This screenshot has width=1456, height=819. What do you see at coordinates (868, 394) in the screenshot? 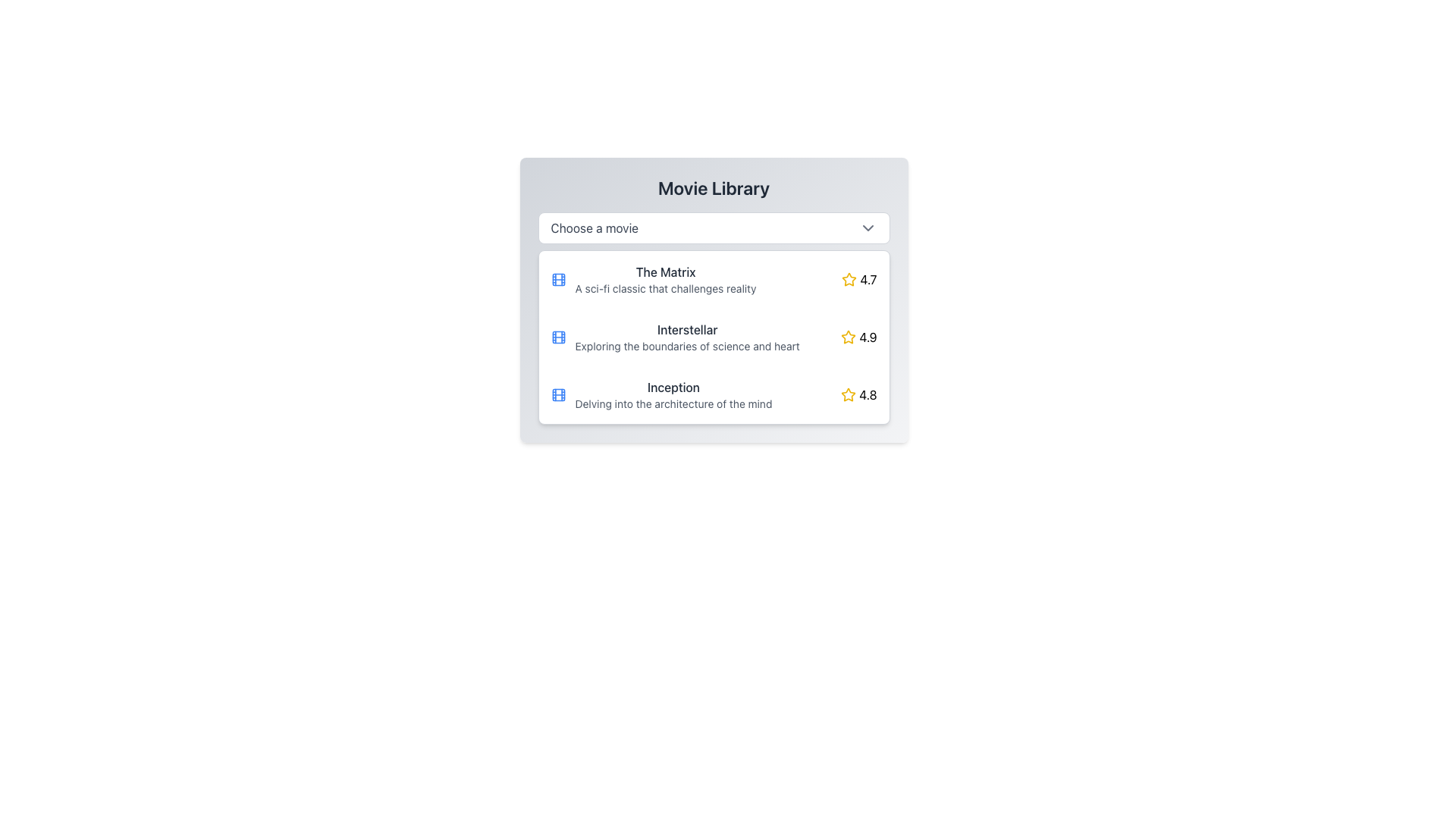
I see `rating indicator text label located immediately to the right of the star icon in the third row of the 'Inception' movie grouping` at bounding box center [868, 394].